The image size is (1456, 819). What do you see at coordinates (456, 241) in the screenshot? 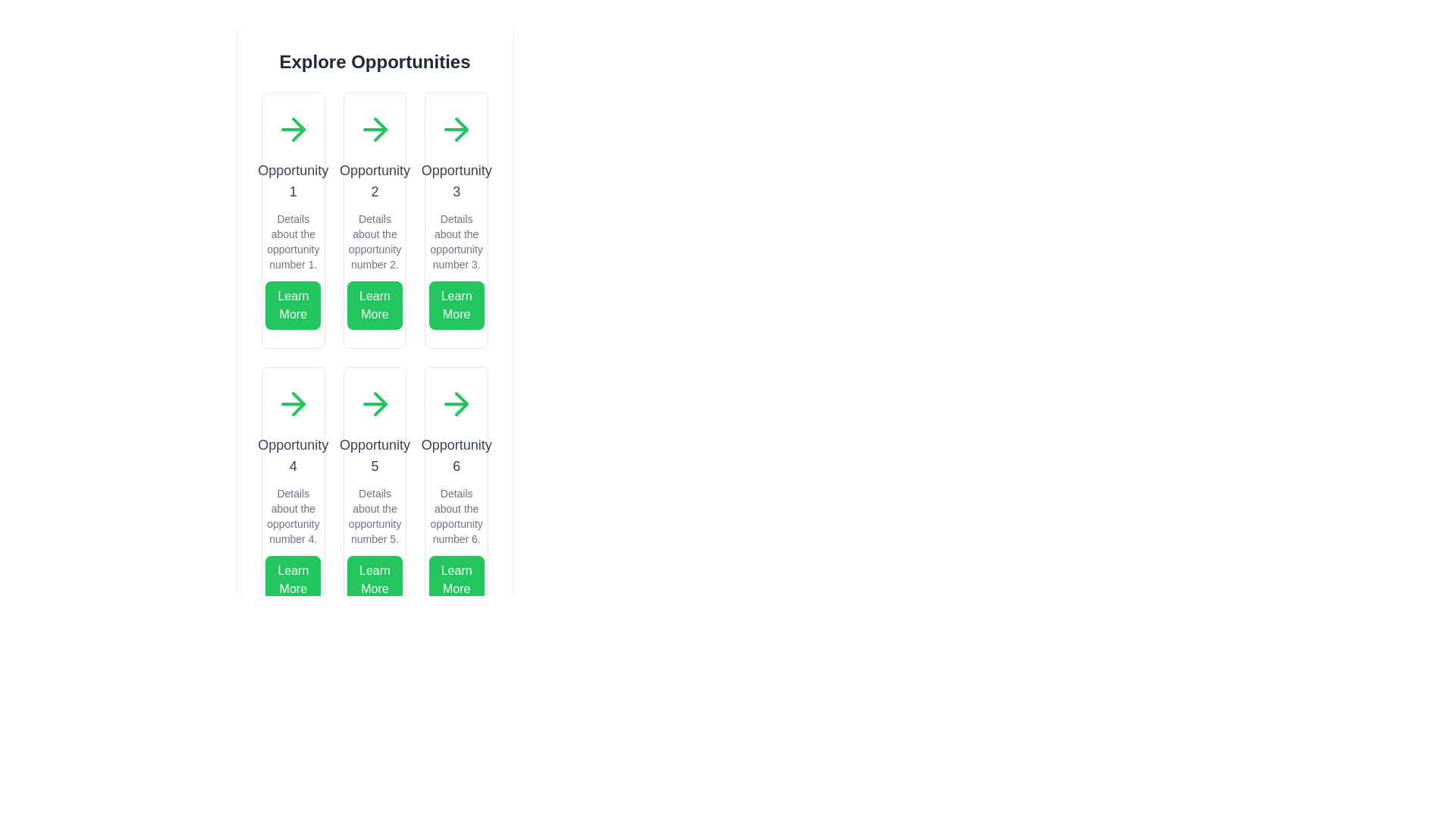
I see `text content of the Text display stating 'Details about the opportunity number 3.' which is styled in gray and centered within the 'Opportunity 3' column` at bounding box center [456, 241].